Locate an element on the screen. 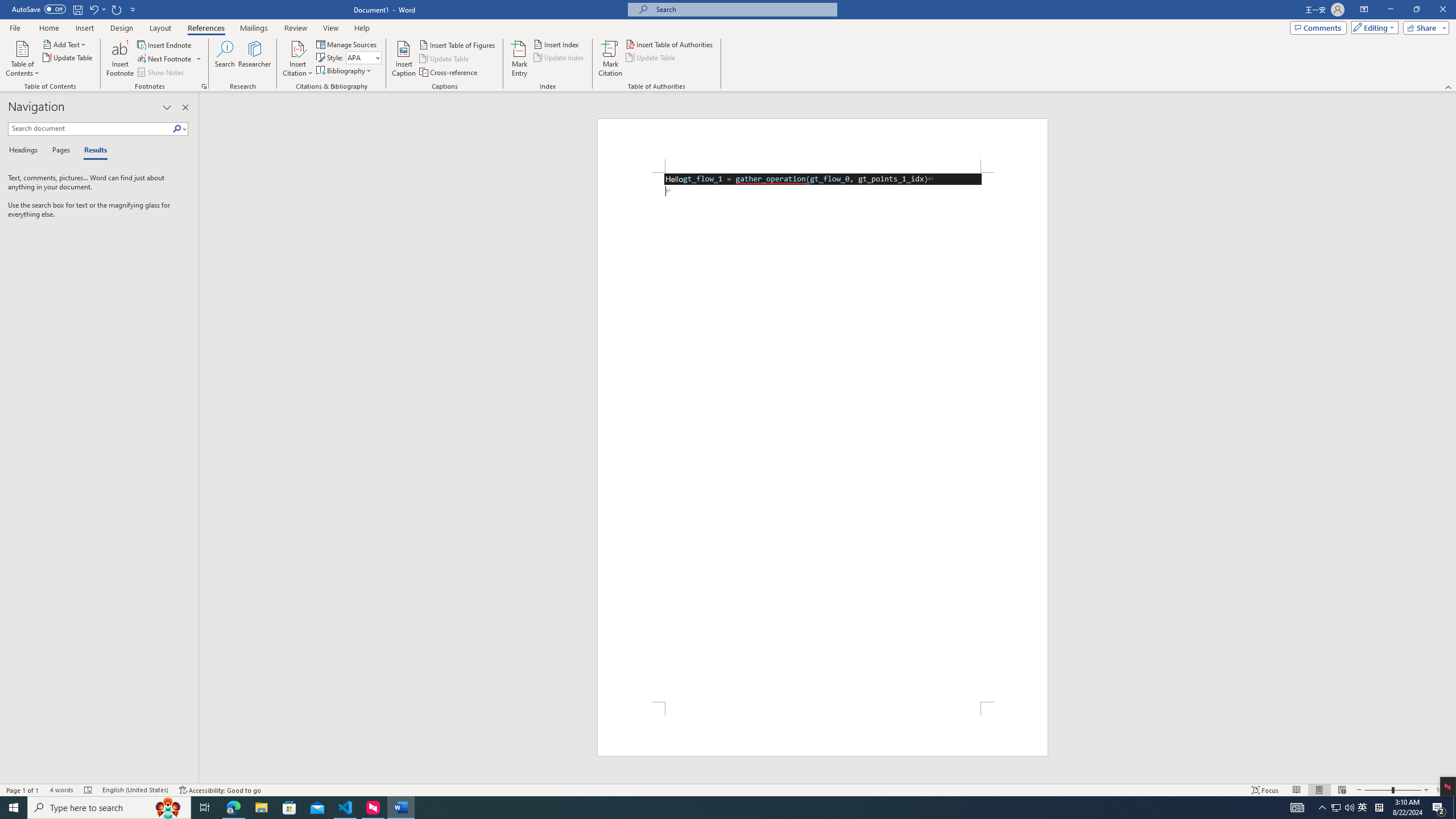  'Collapse the Ribbon' is located at coordinates (1449, 87).